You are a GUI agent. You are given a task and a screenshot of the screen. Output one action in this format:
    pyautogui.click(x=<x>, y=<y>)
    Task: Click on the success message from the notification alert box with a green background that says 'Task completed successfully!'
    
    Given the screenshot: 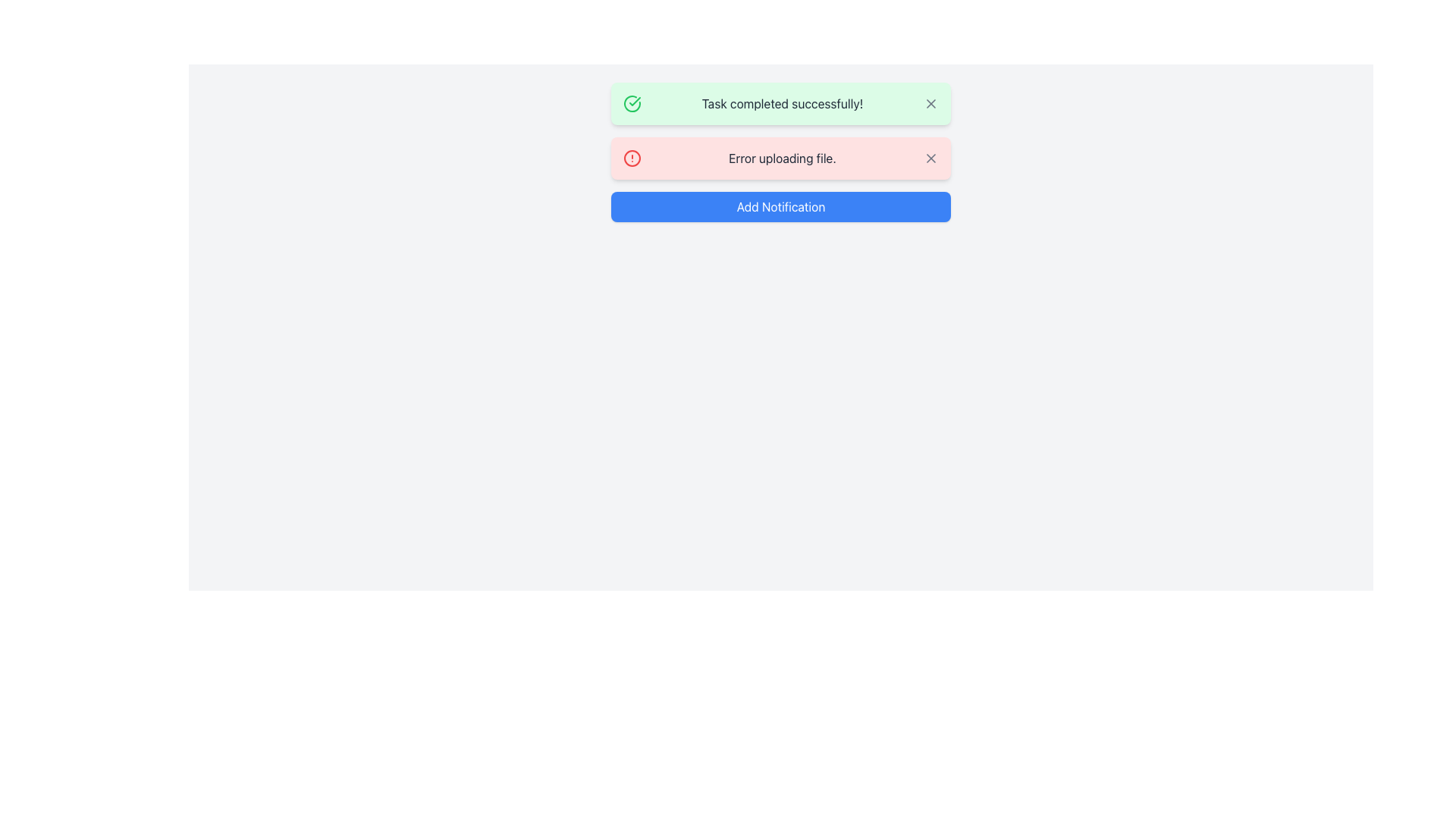 What is the action you would take?
    pyautogui.click(x=781, y=103)
    